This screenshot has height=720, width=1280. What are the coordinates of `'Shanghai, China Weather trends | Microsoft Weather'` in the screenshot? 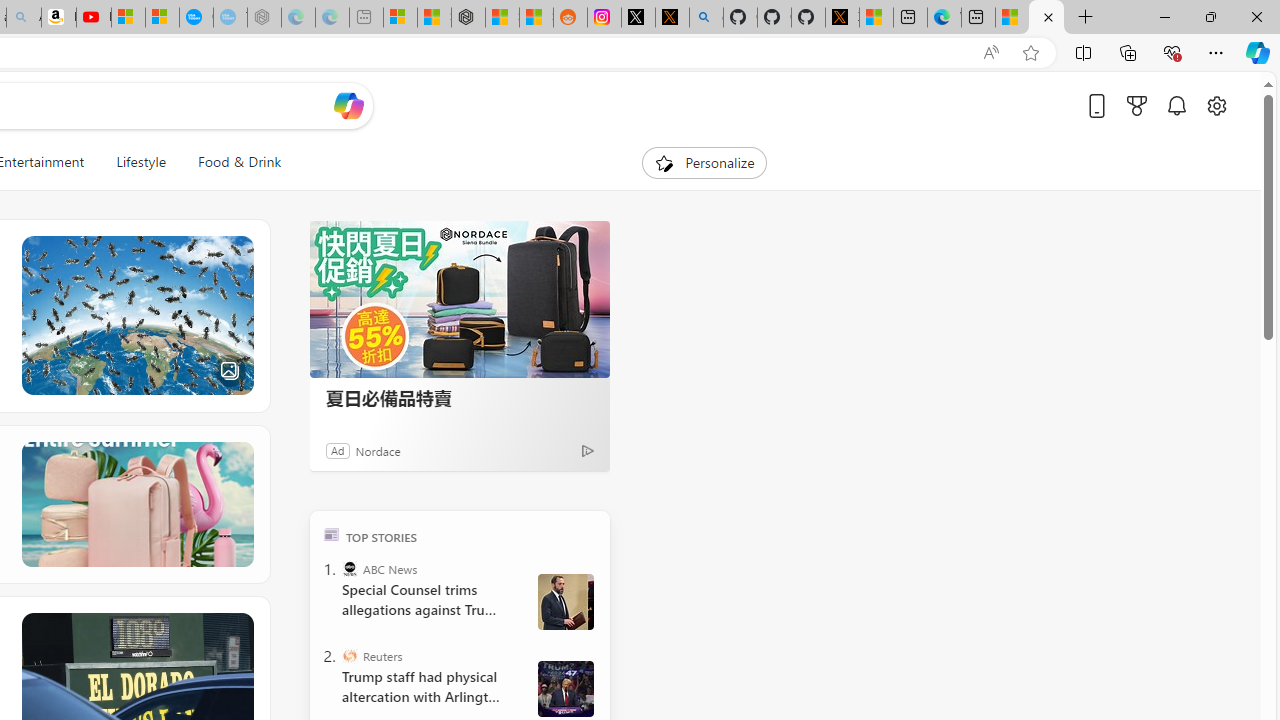 It's located at (536, 17).